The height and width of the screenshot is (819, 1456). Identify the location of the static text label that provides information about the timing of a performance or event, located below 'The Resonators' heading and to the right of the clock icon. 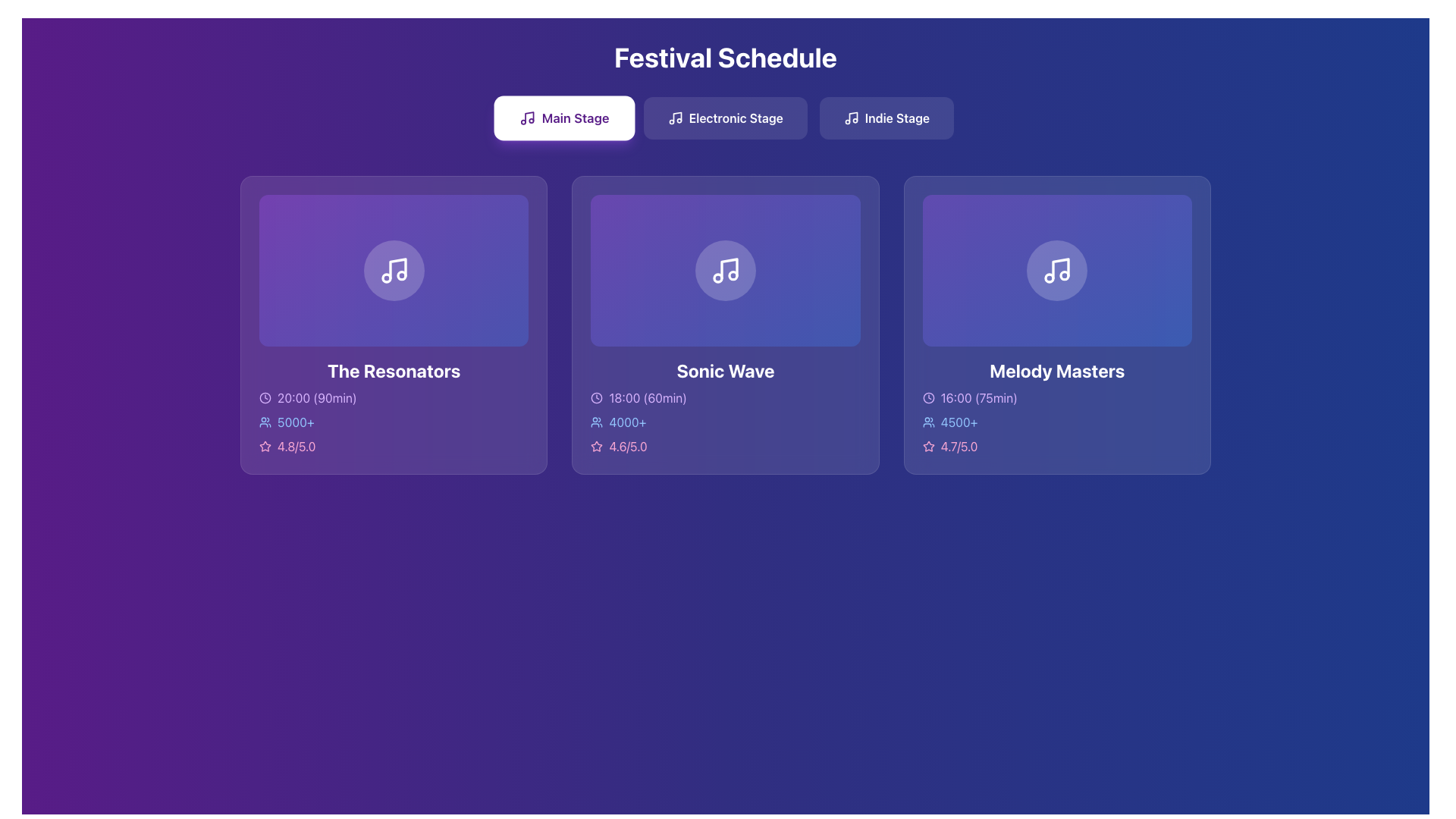
(316, 397).